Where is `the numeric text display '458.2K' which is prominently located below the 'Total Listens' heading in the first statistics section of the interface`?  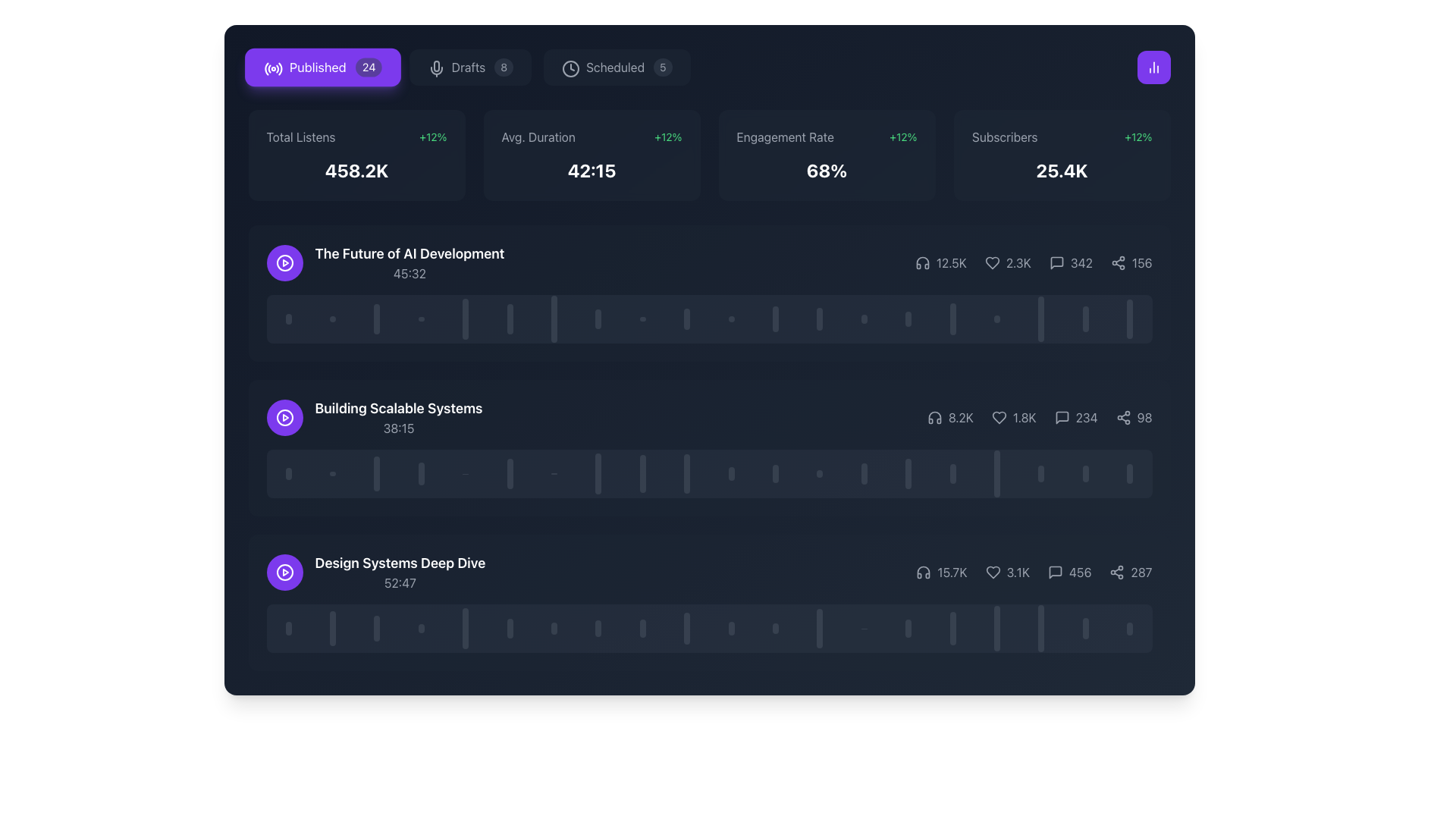 the numeric text display '458.2K' which is prominently located below the 'Total Listens' heading in the first statistics section of the interface is located at coordinates (356, 170).